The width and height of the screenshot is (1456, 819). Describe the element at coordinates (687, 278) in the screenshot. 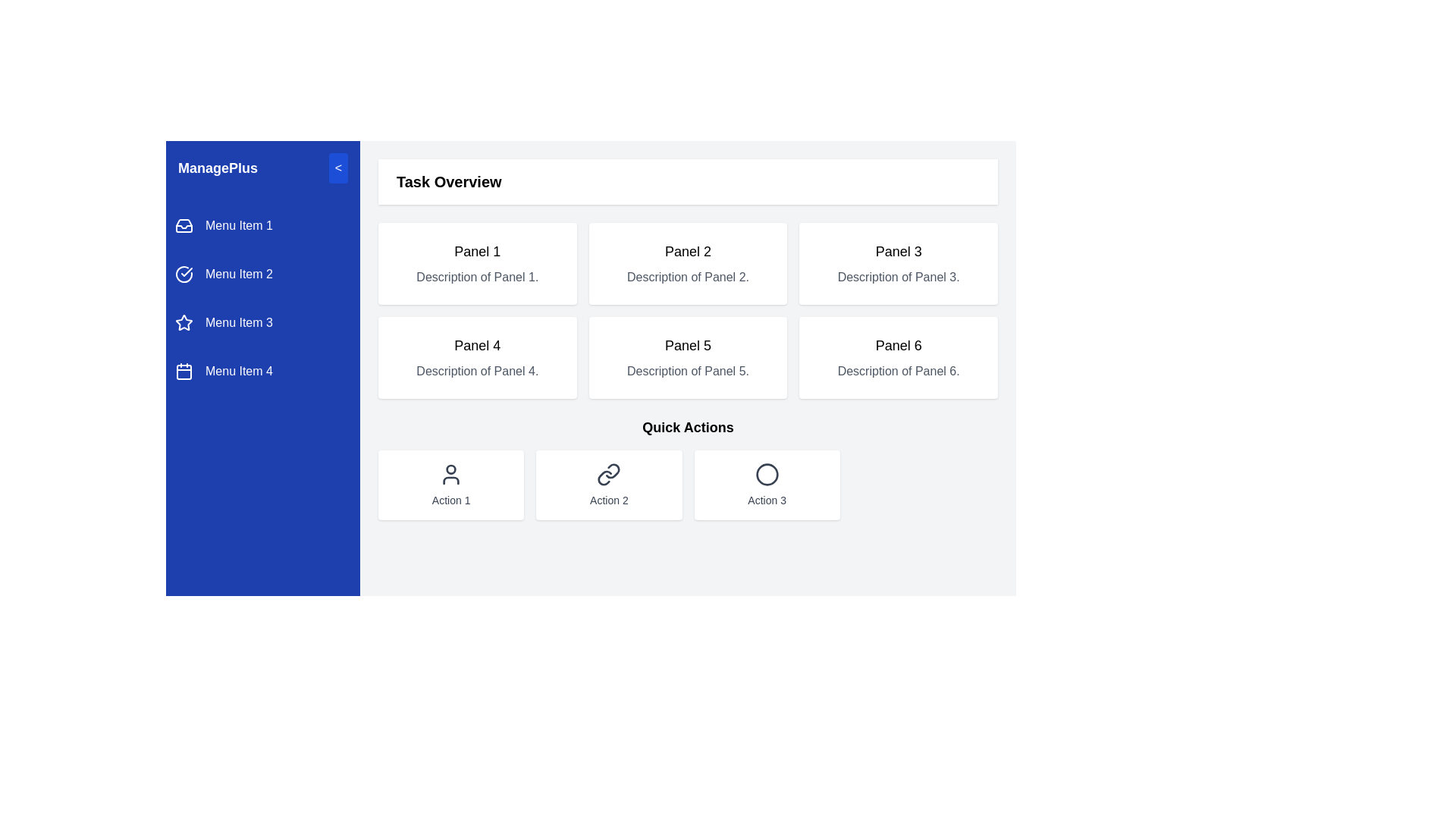

I see `the descriptive label providing additional information for the card titled 'Panel 2' located in the lower region of the card in the top row, second column of the grid layout` at that location.